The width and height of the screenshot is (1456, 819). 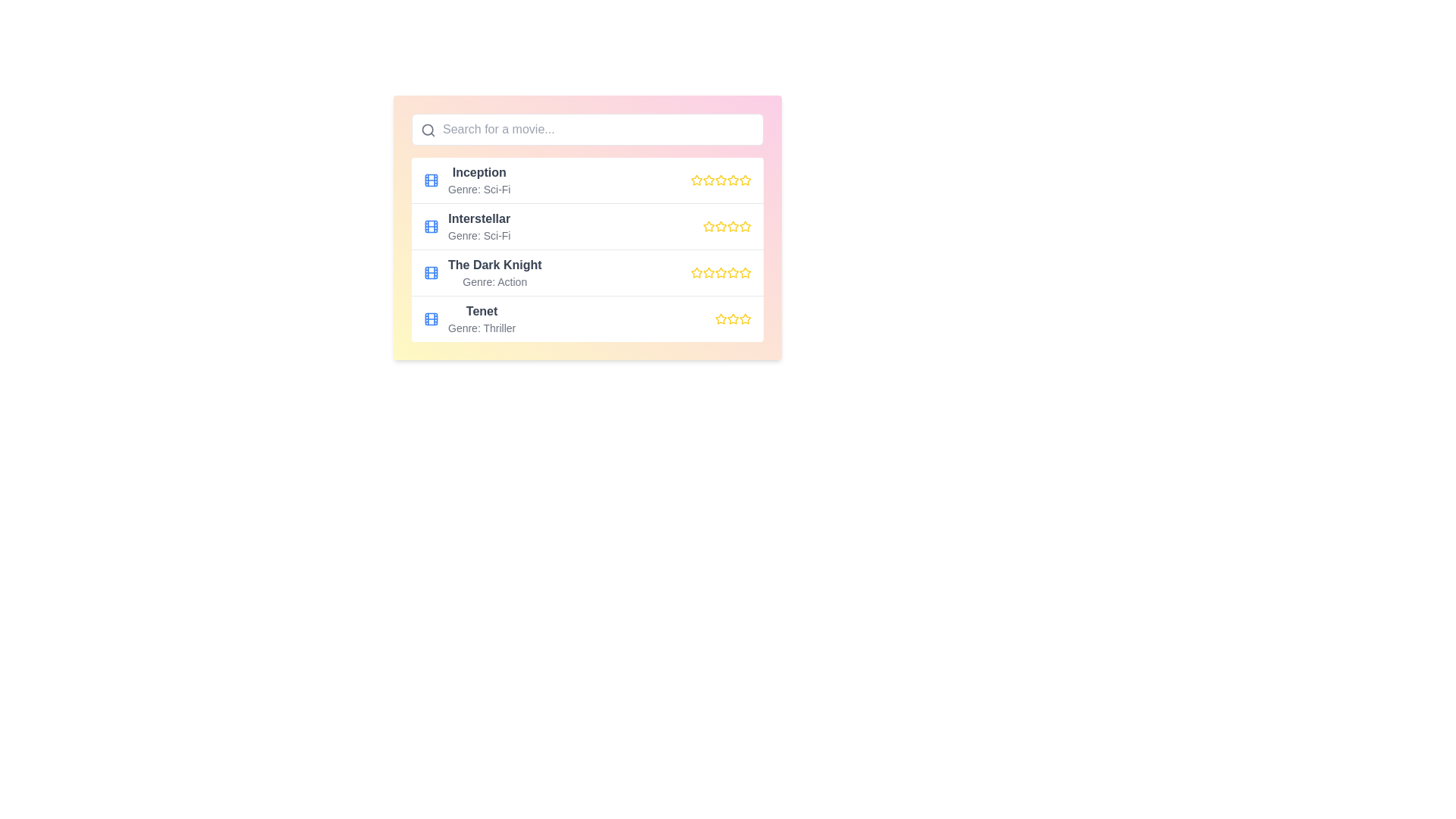 I want to click on to select the movie entry for 'Interstellar' in the movie list, which is the second entry located between 'Inception' and 'The Dark Knight.', so click(x=586, y=225).